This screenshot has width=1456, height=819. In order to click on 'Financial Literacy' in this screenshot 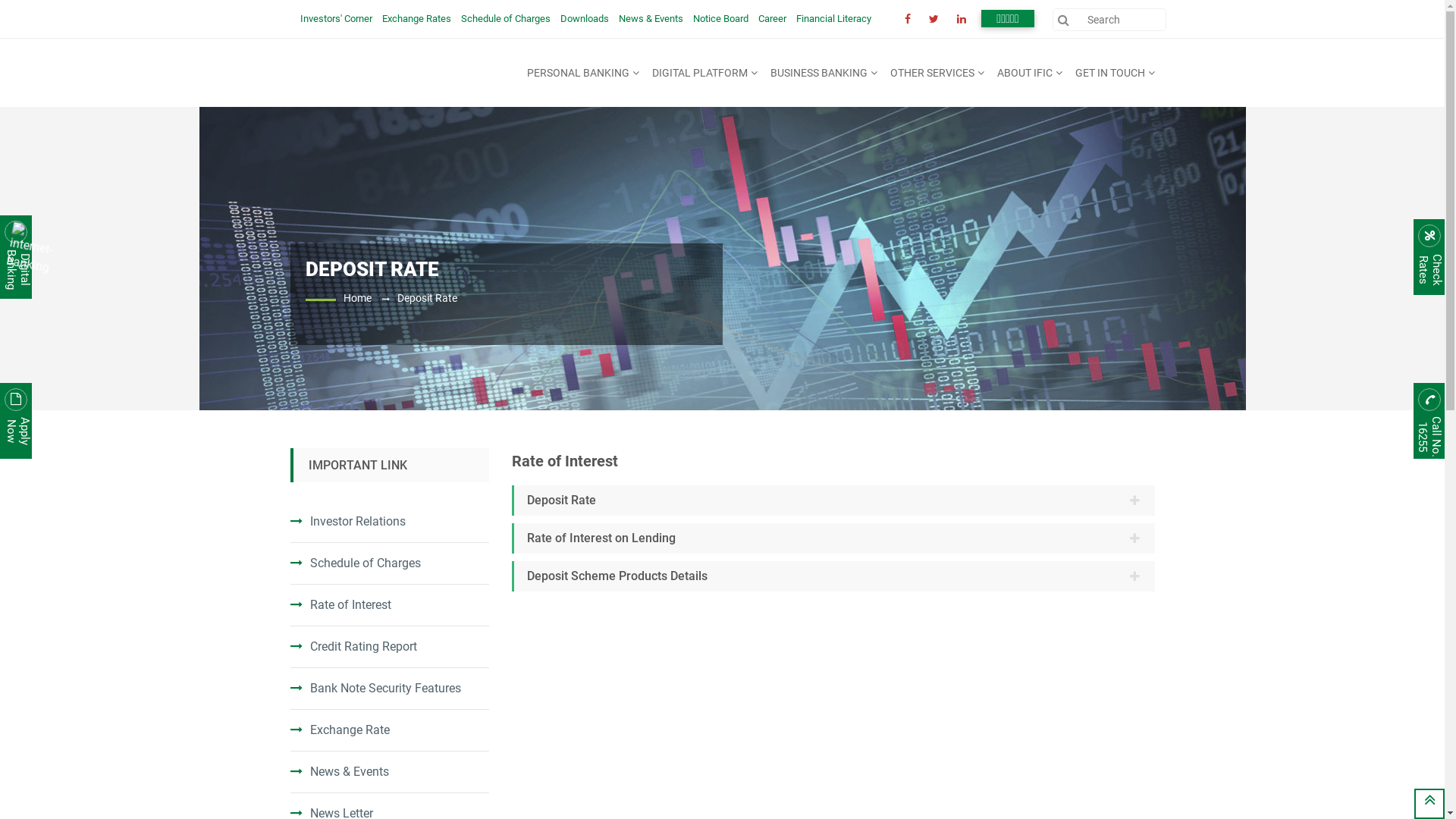, I will do `click(833, 18)`.